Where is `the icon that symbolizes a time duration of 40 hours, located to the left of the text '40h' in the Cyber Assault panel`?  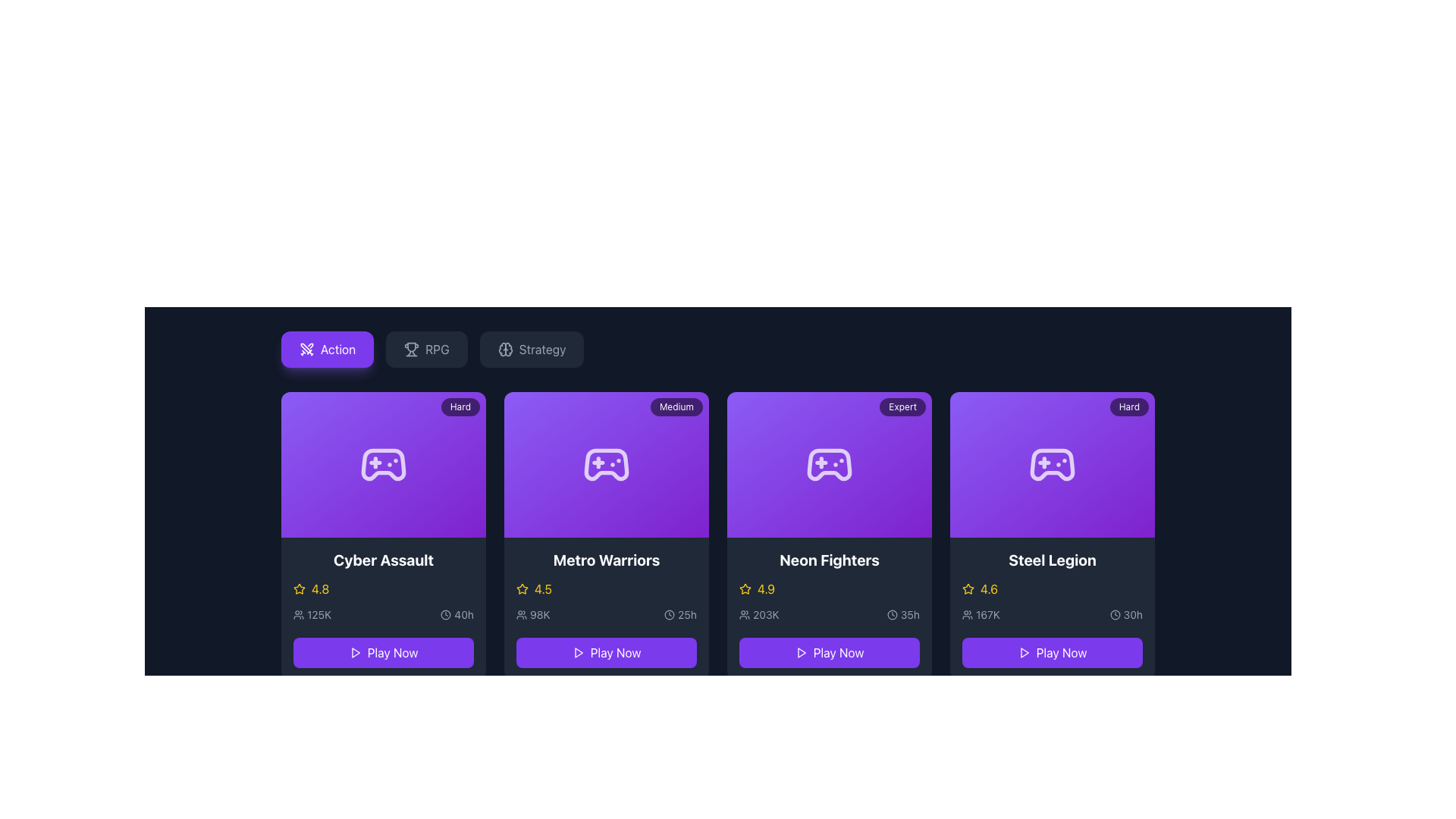 the icon that symbolizes a time duration of 40 hours, located to the left of the text '40h' in the Cyber Assault panel is located at coordinates (445, 614).